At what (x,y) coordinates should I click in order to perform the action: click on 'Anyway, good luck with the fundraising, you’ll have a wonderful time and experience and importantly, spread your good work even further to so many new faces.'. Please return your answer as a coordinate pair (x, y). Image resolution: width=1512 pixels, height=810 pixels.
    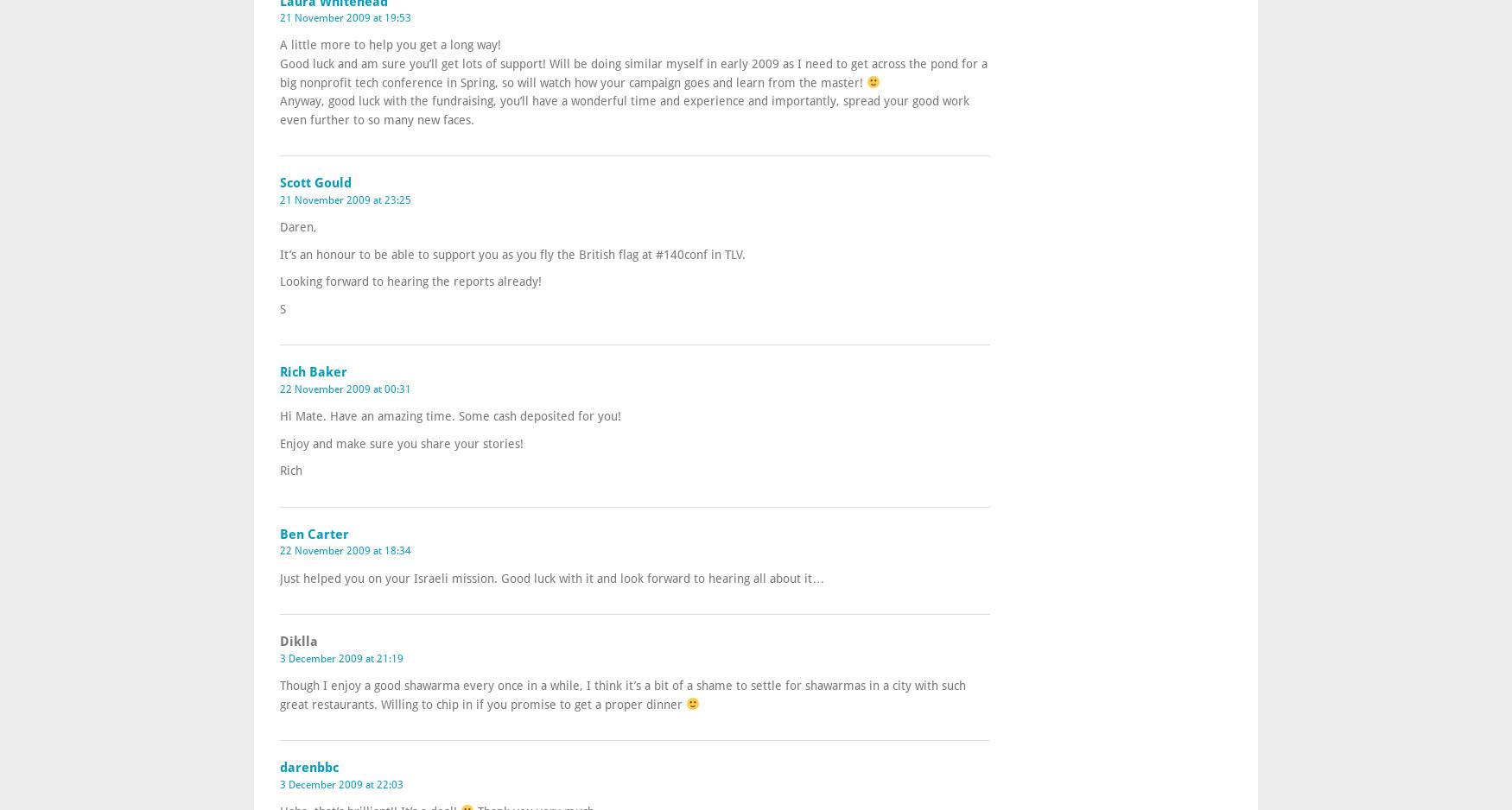
    Looking at the image, I should click on (624, 109).